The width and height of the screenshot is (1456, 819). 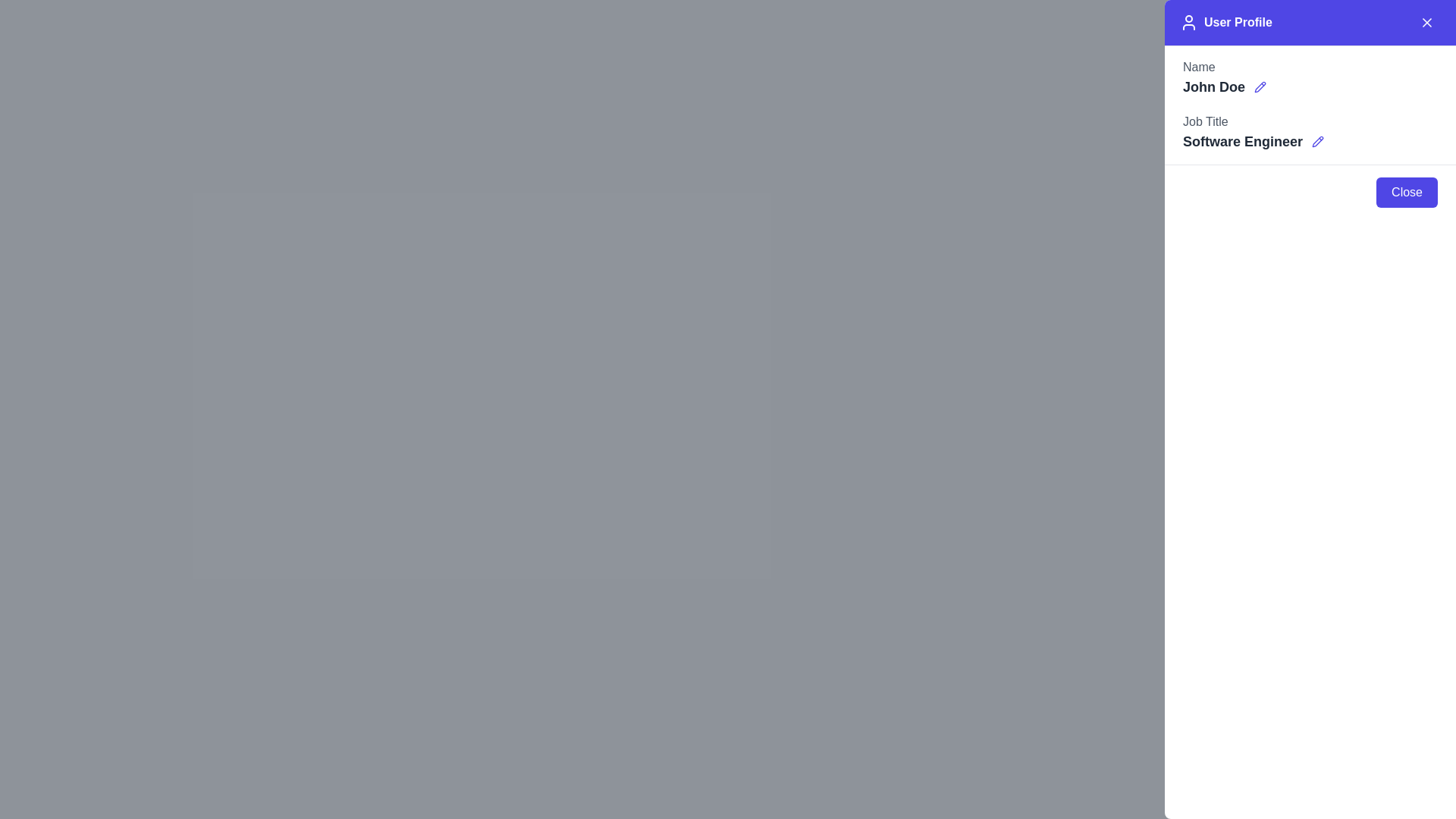 I want to click on the pencil icon next to 'John Doe', so click(x=1260, y=87).